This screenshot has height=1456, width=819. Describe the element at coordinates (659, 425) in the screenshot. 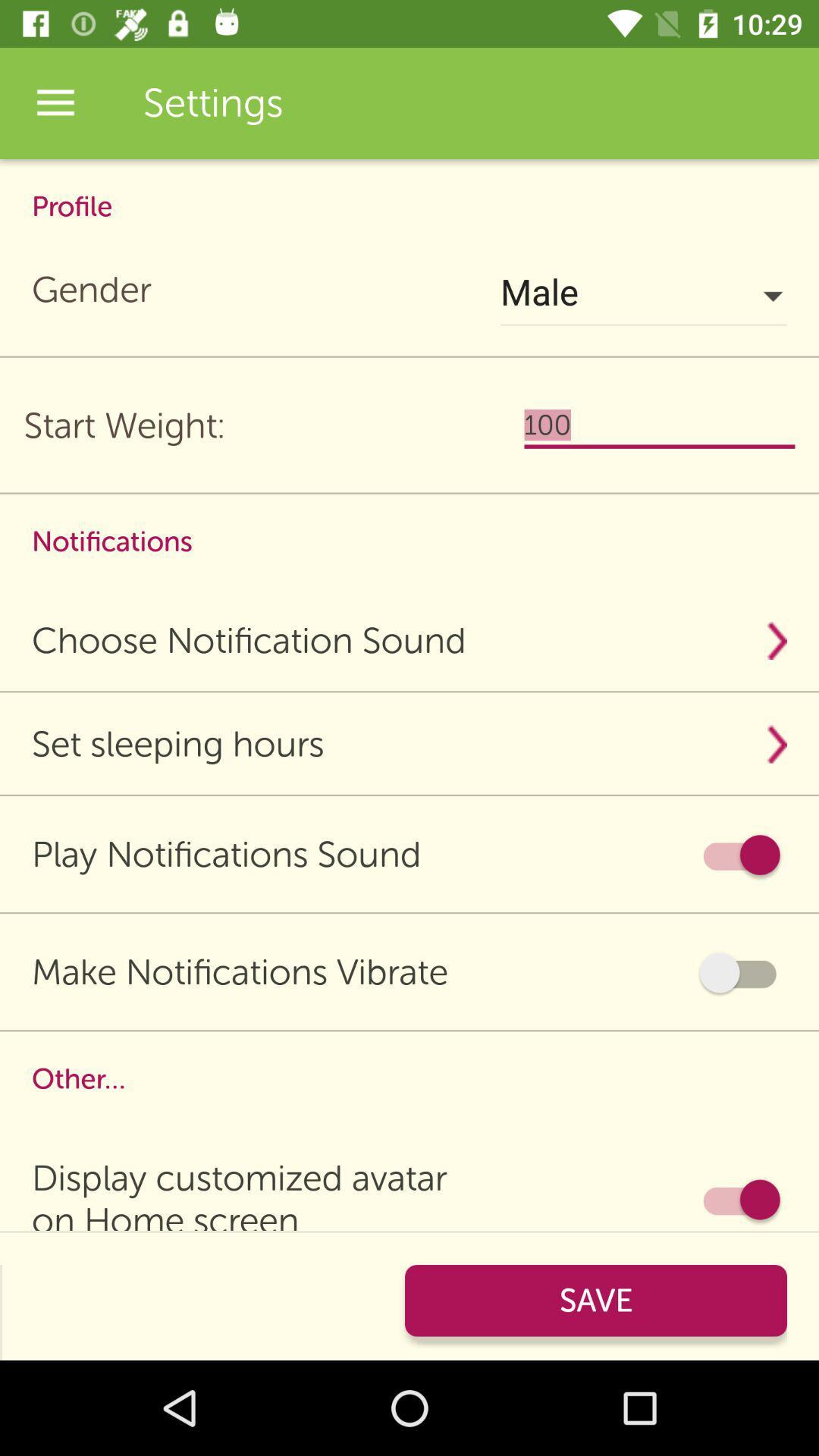

I see `the item below the male icon` at that location.